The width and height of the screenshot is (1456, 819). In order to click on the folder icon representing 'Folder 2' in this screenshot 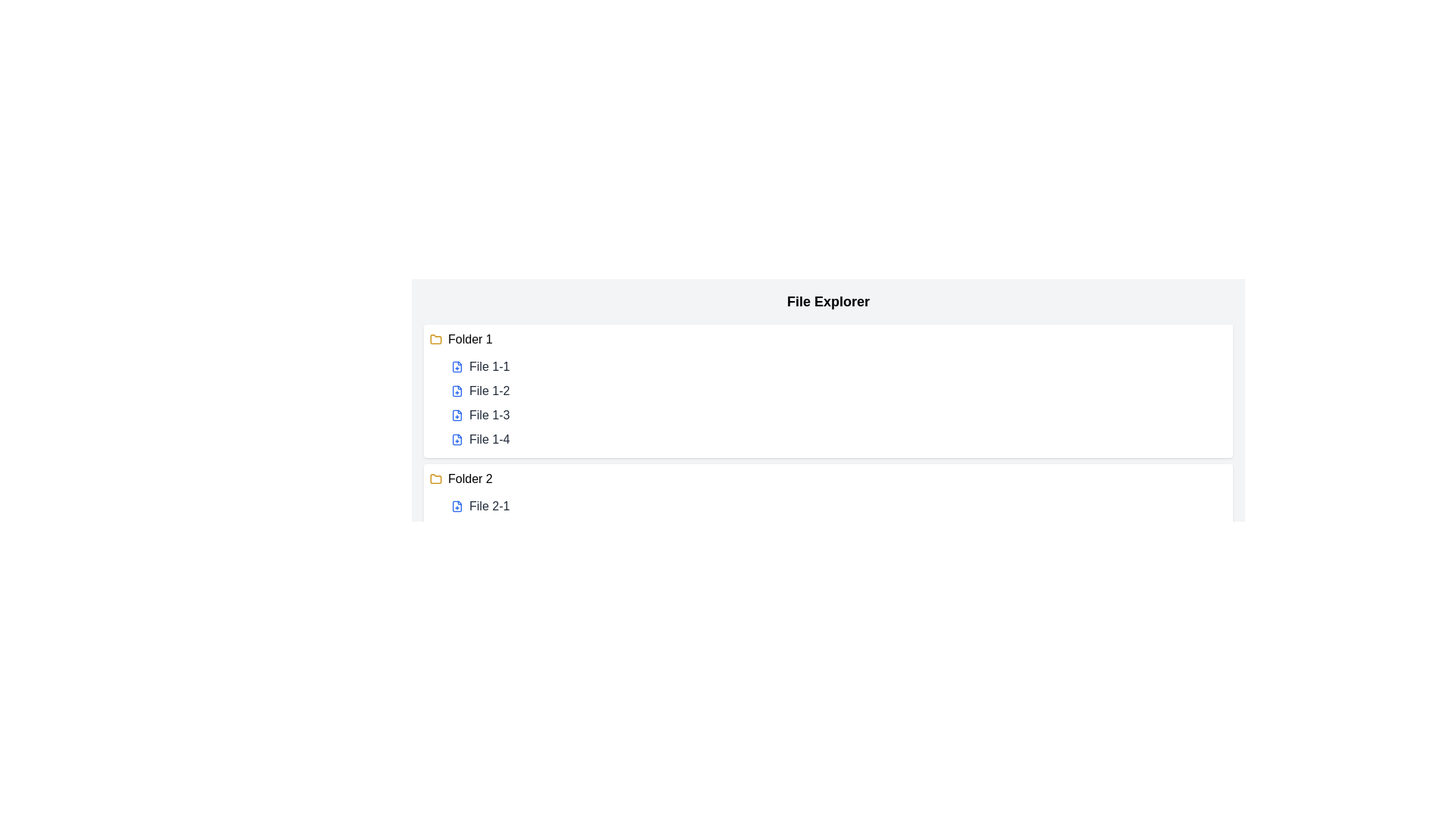, I will do `click(435, 479)`.